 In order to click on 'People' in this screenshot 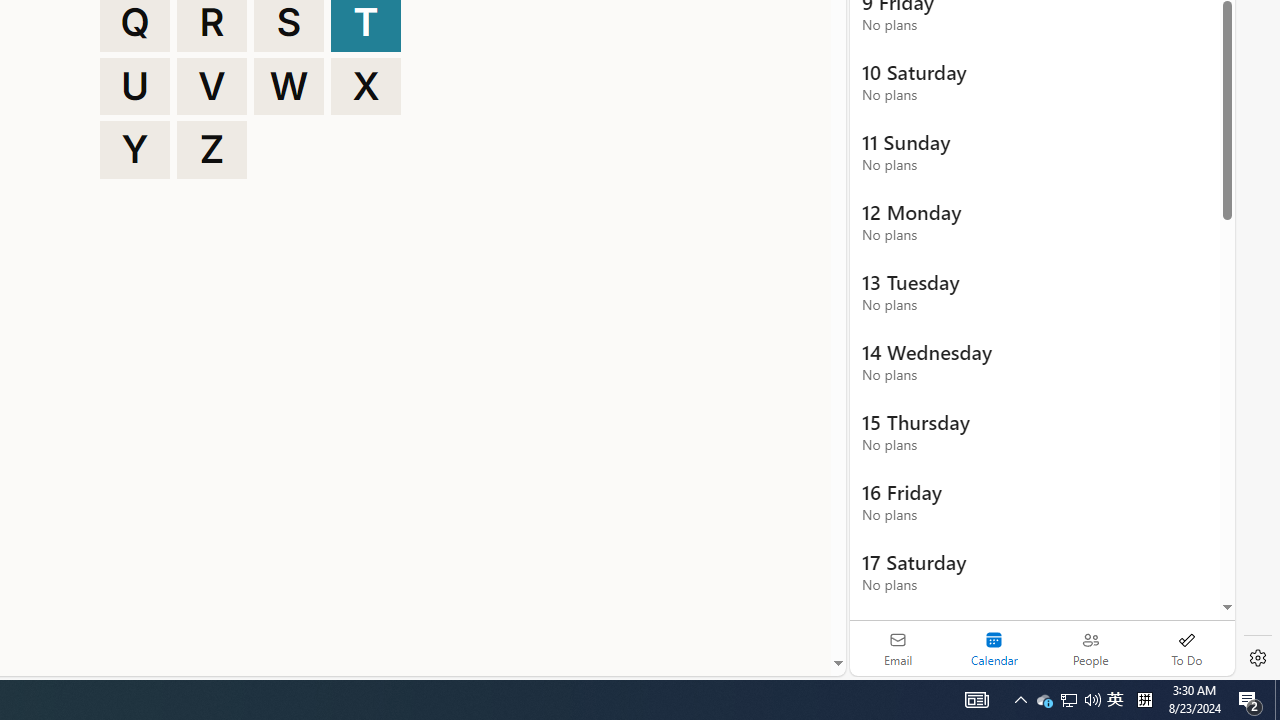, I will do `click(1089, 648)`.